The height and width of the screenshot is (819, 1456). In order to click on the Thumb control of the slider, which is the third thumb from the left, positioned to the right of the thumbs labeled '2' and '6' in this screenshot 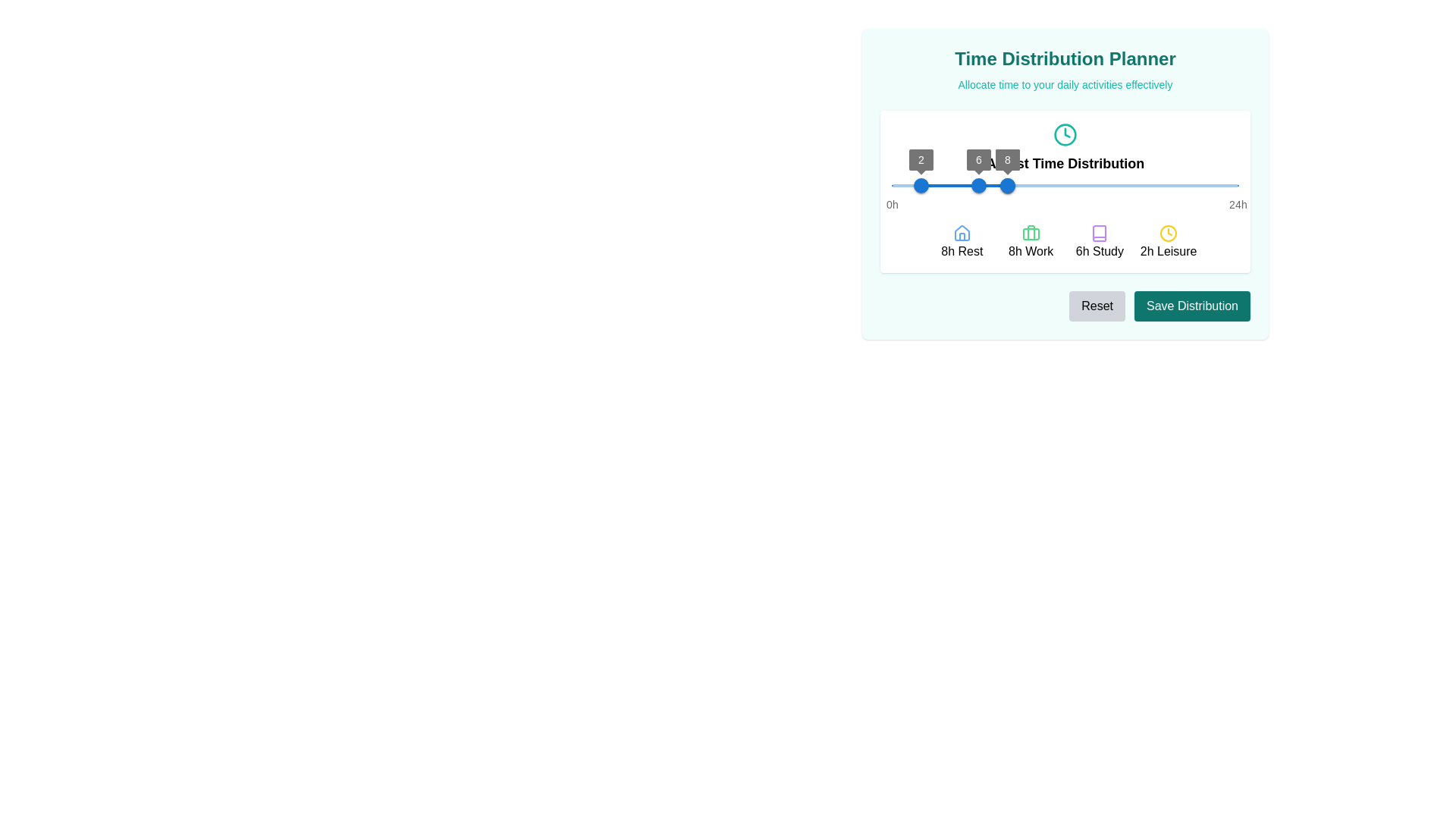, I will do `click(1008, 185)`.